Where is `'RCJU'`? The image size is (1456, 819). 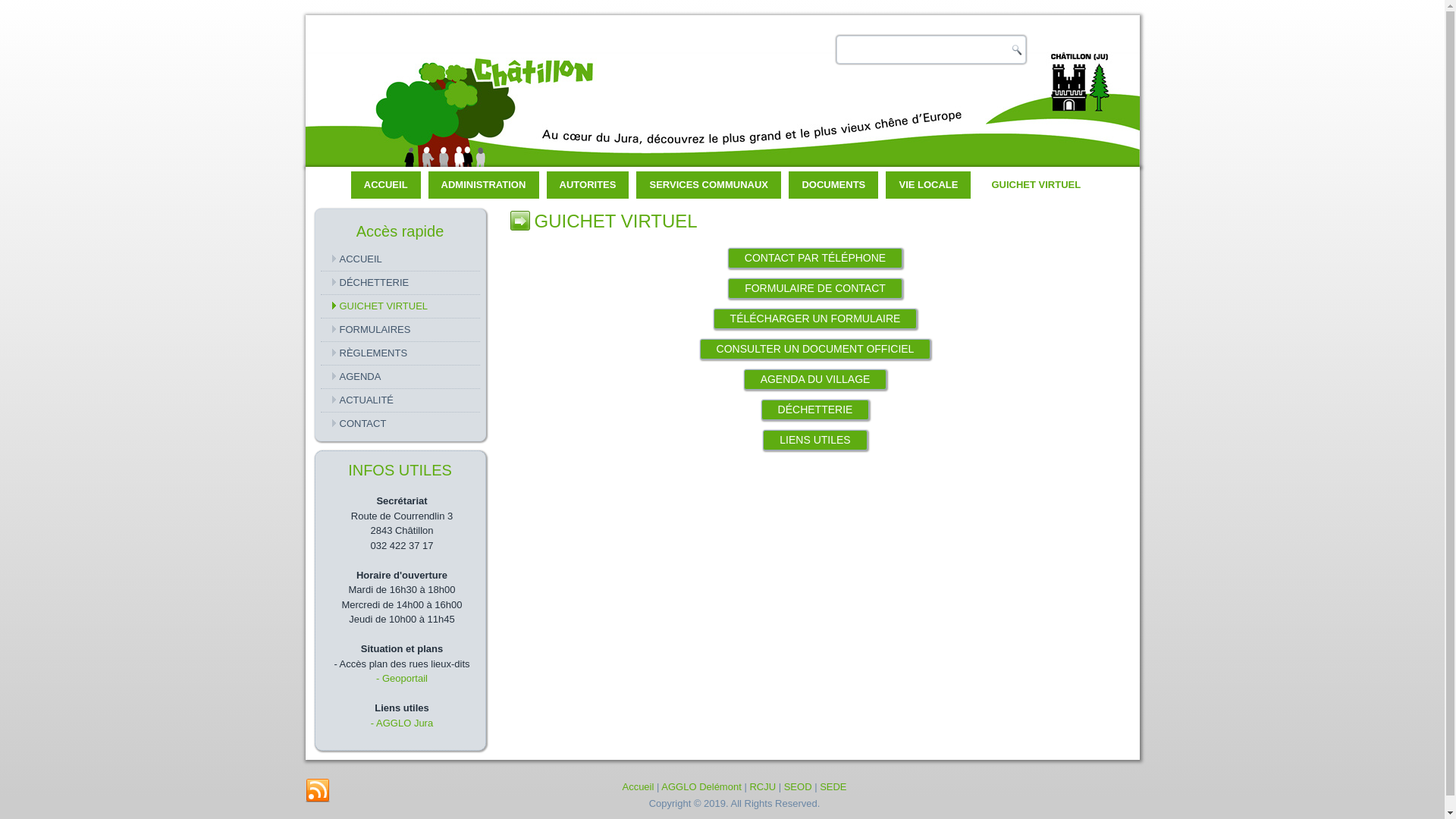
'RCJU' is located at coordinates (762, 786).